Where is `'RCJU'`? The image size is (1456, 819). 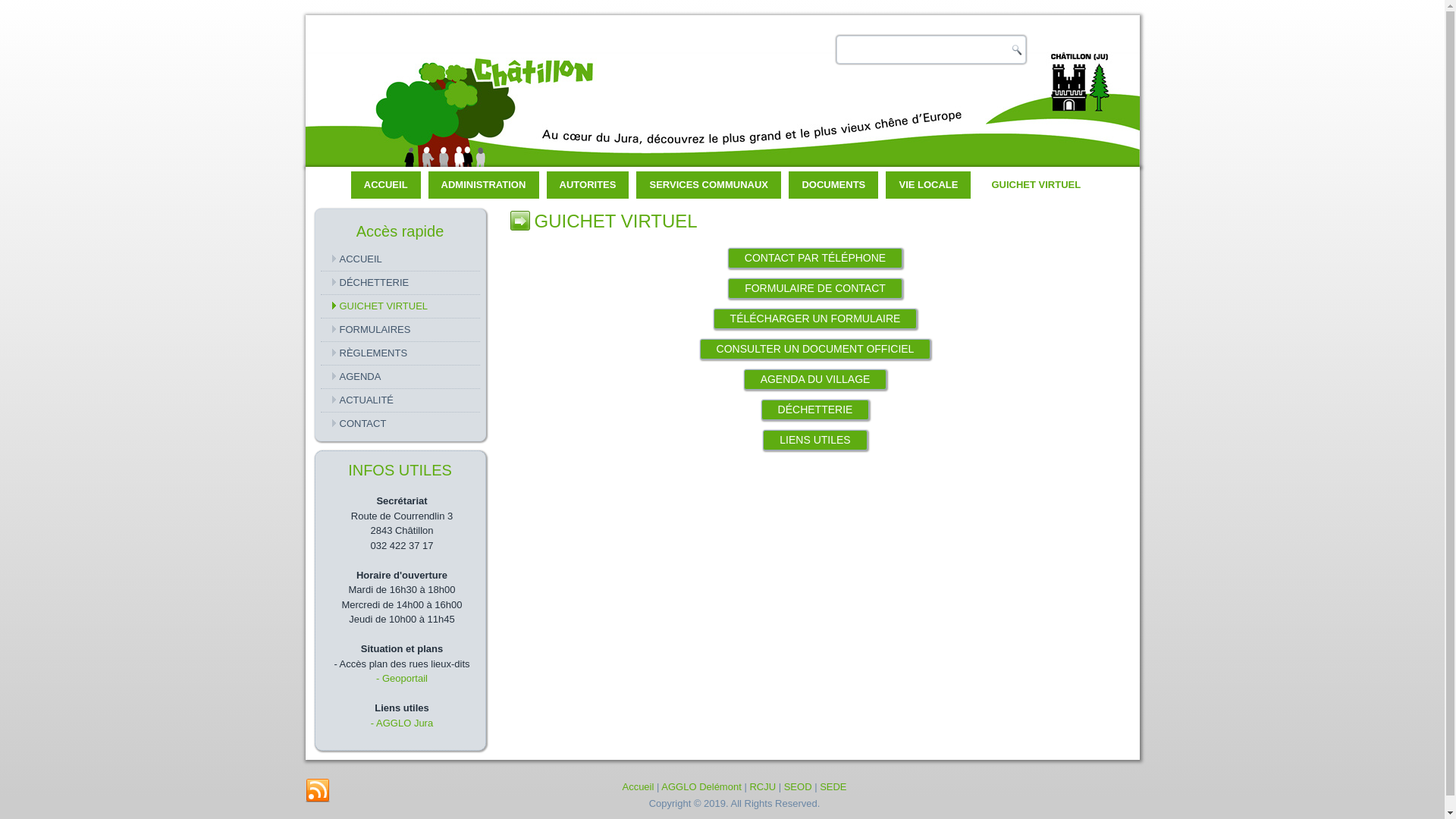
'RCJU' is located at coordinates (762, 786).